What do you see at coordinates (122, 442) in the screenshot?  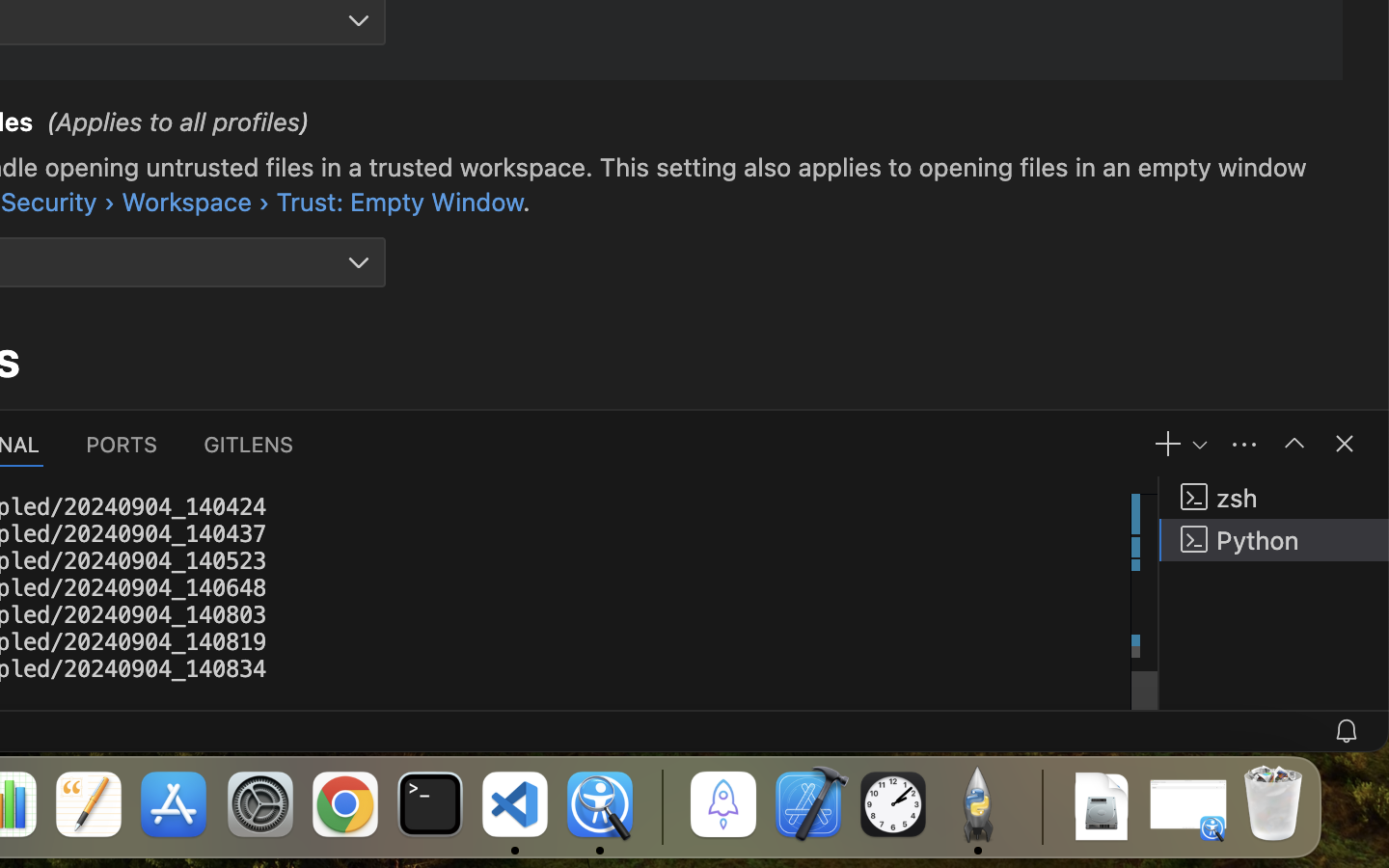 I see `'0 PORTS'` at bounding box center [122, 442].